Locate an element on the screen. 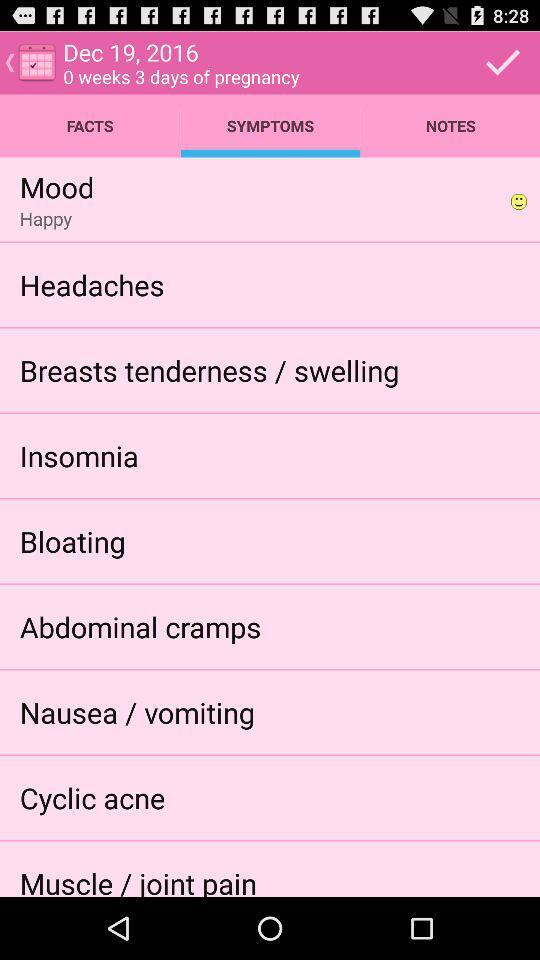 This screenshot has width=540, height=960. icon above abdominal cramps icon is located at coordinates (71, 541).